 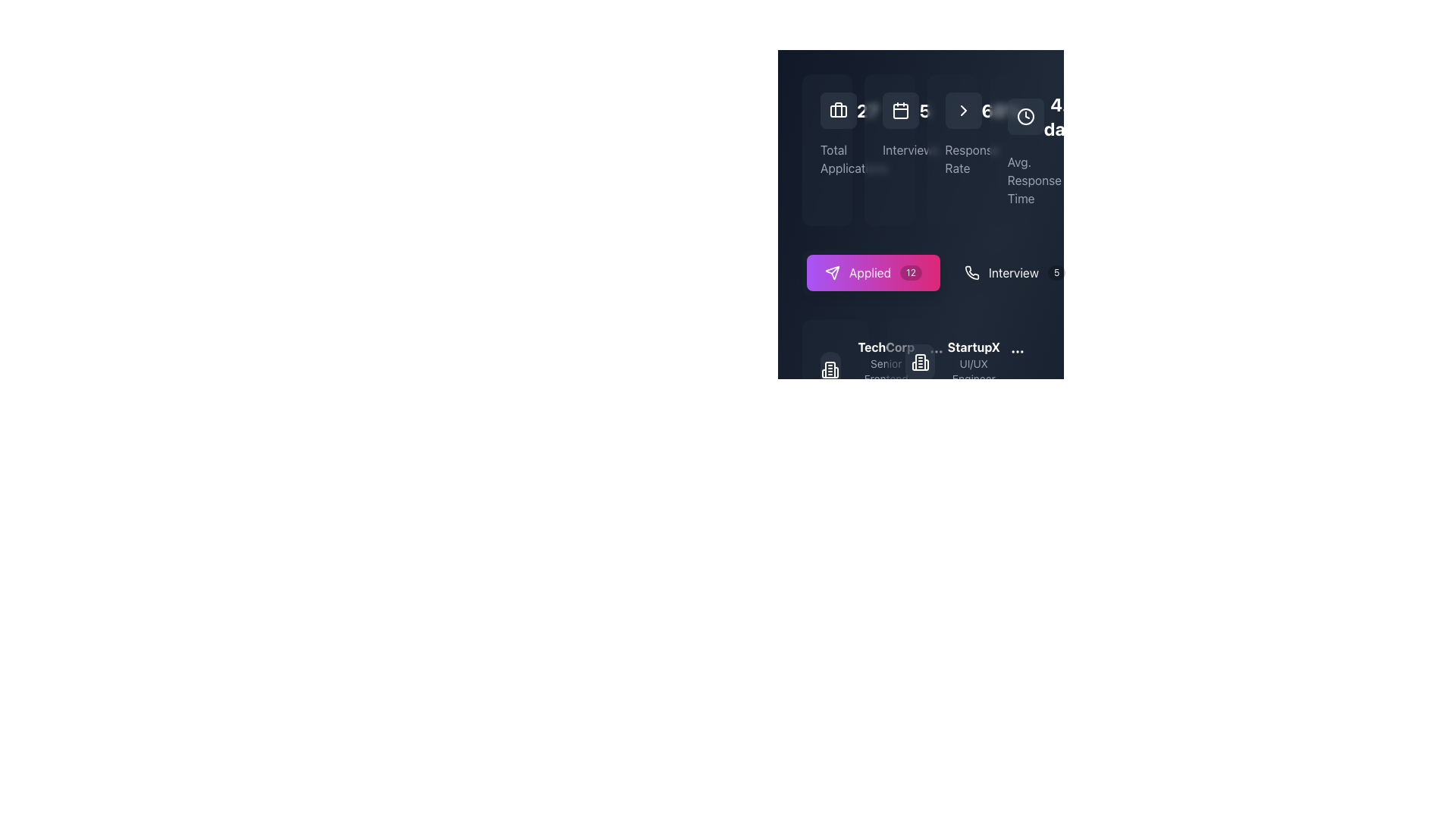 What do you see at coordinates (886, 378) in the screenshot?
I see `the text label displaying 'Senior Frontend Developer' located below the bold header 'TechCorp' within a card-like UI component` at bounding box center [886, 378].